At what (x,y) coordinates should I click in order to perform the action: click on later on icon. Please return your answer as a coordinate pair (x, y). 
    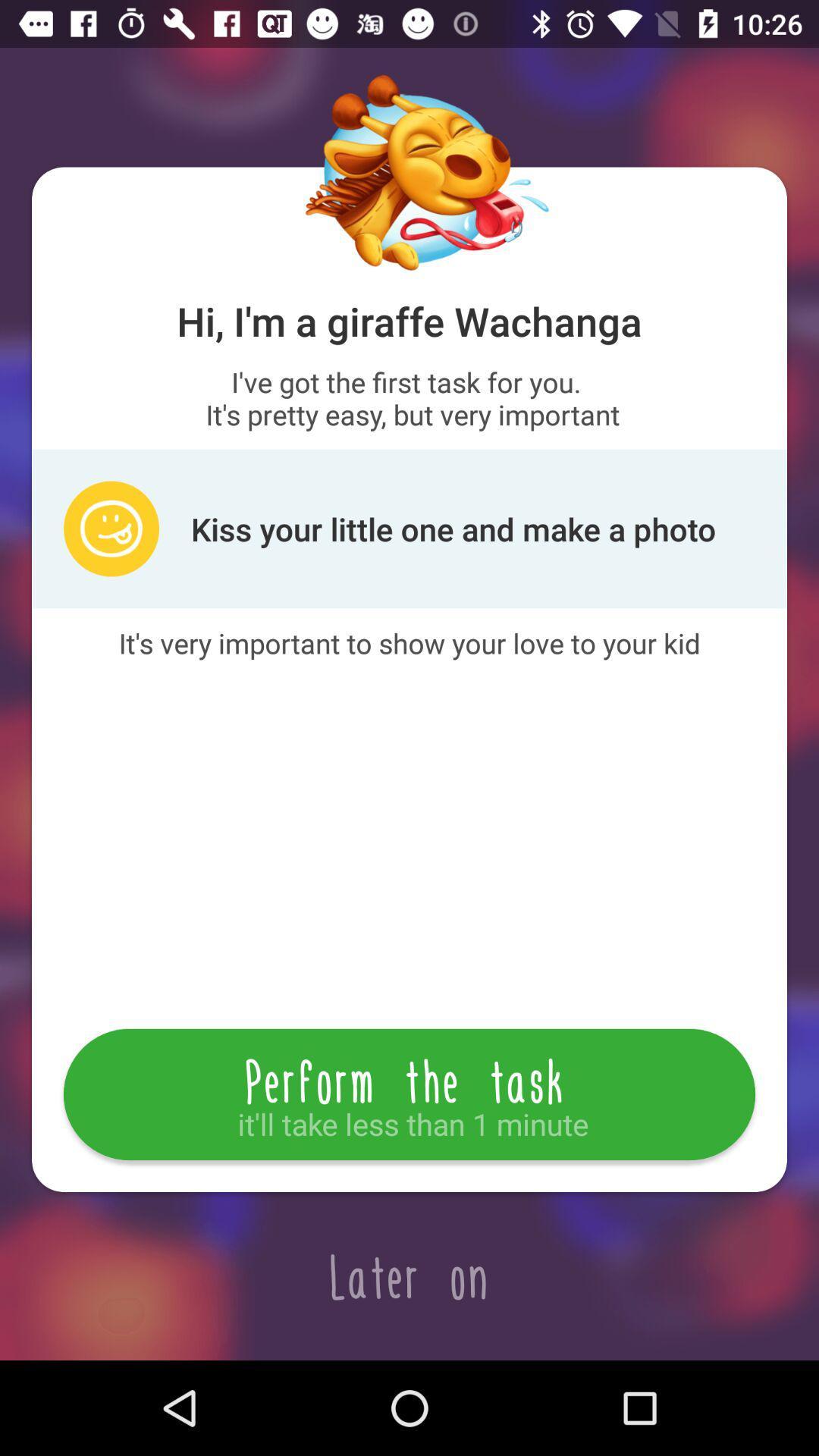
    Looking at the image, I should click on (409, 1276).